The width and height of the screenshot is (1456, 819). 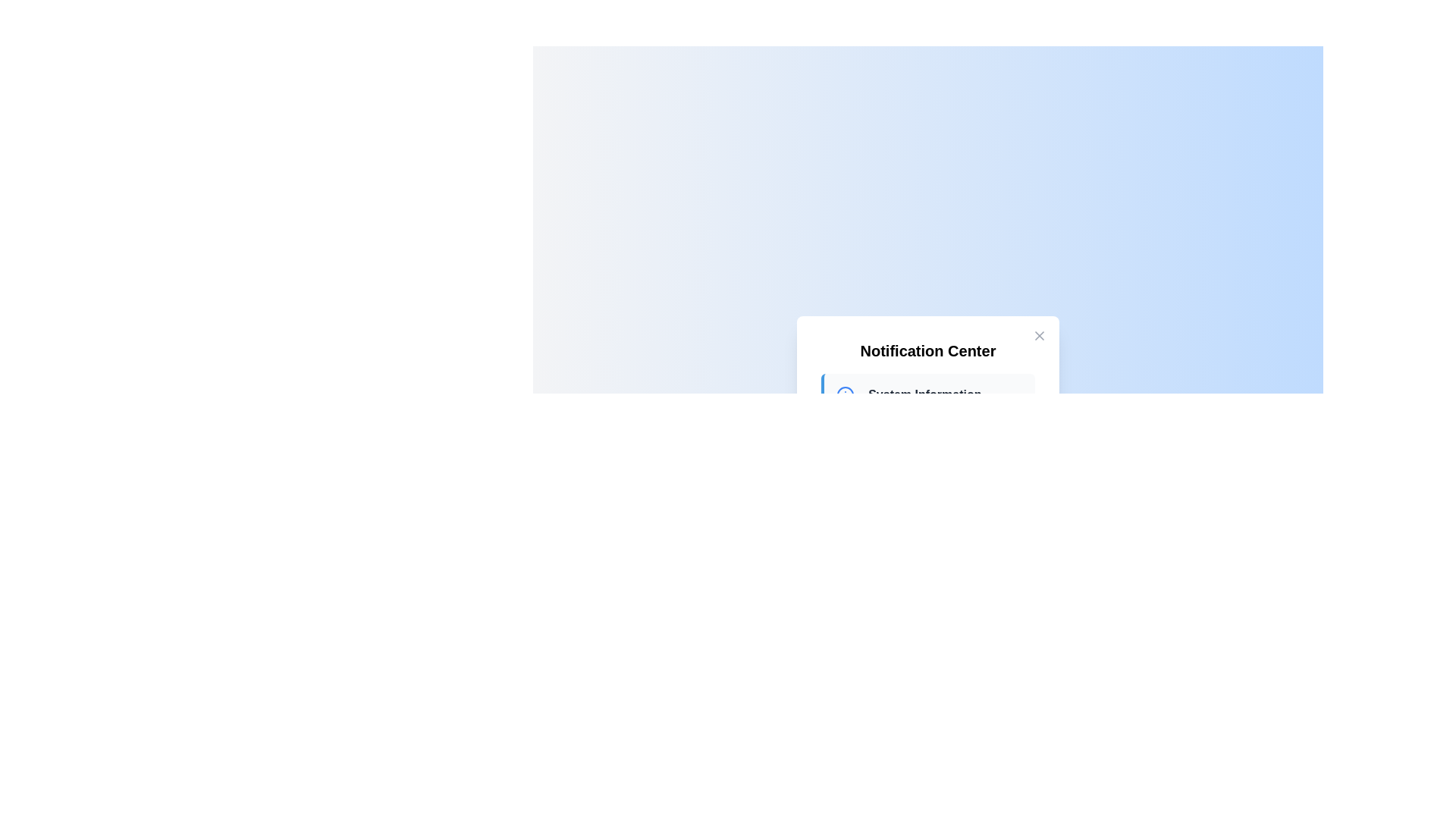 I want to click on the informational icon located at the center of the SVG graphic in the Notification Center modal dialog, so click(x=844, y=394).